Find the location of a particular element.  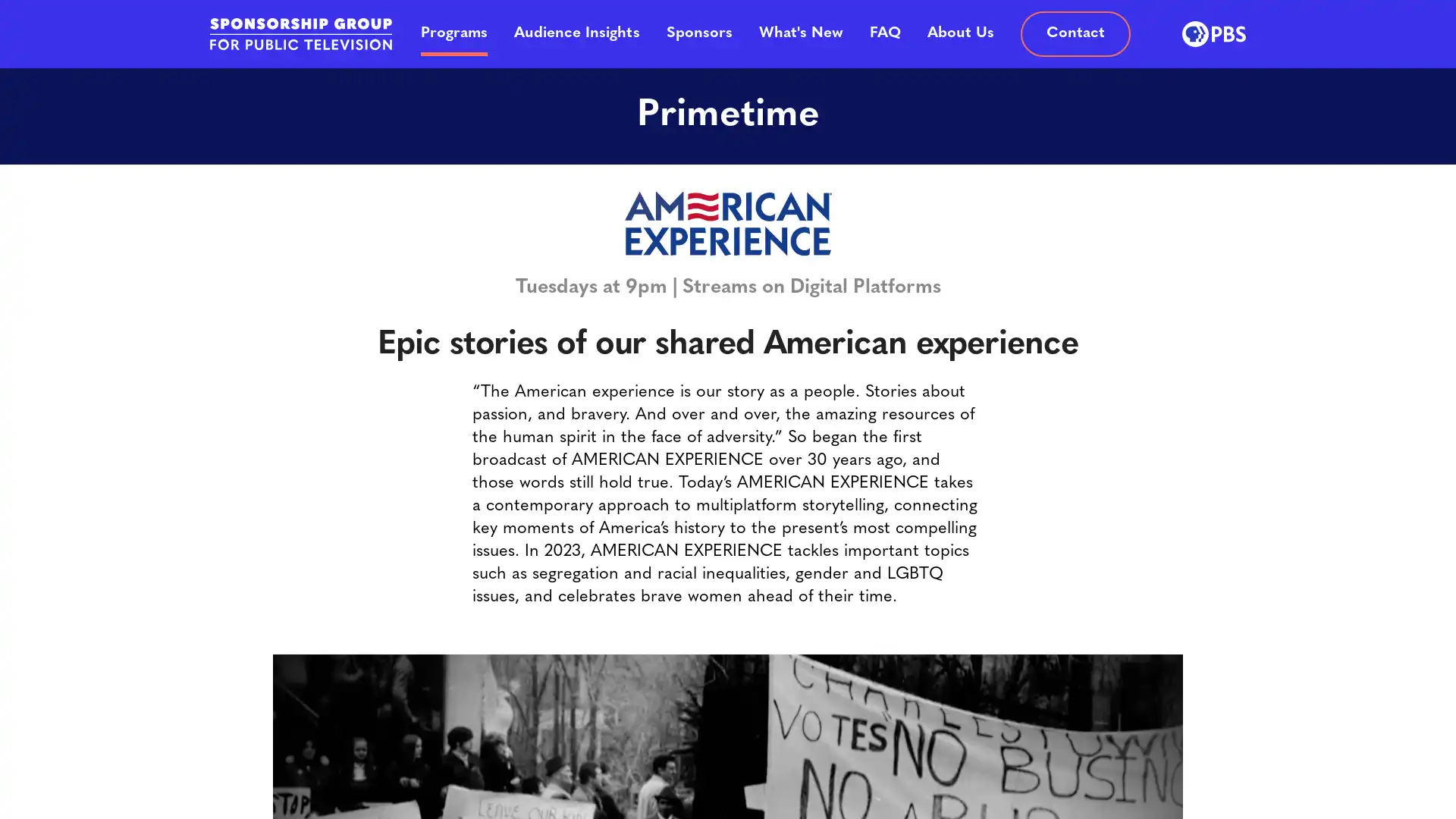

SUBMIT is located at coordinates (797, 598).